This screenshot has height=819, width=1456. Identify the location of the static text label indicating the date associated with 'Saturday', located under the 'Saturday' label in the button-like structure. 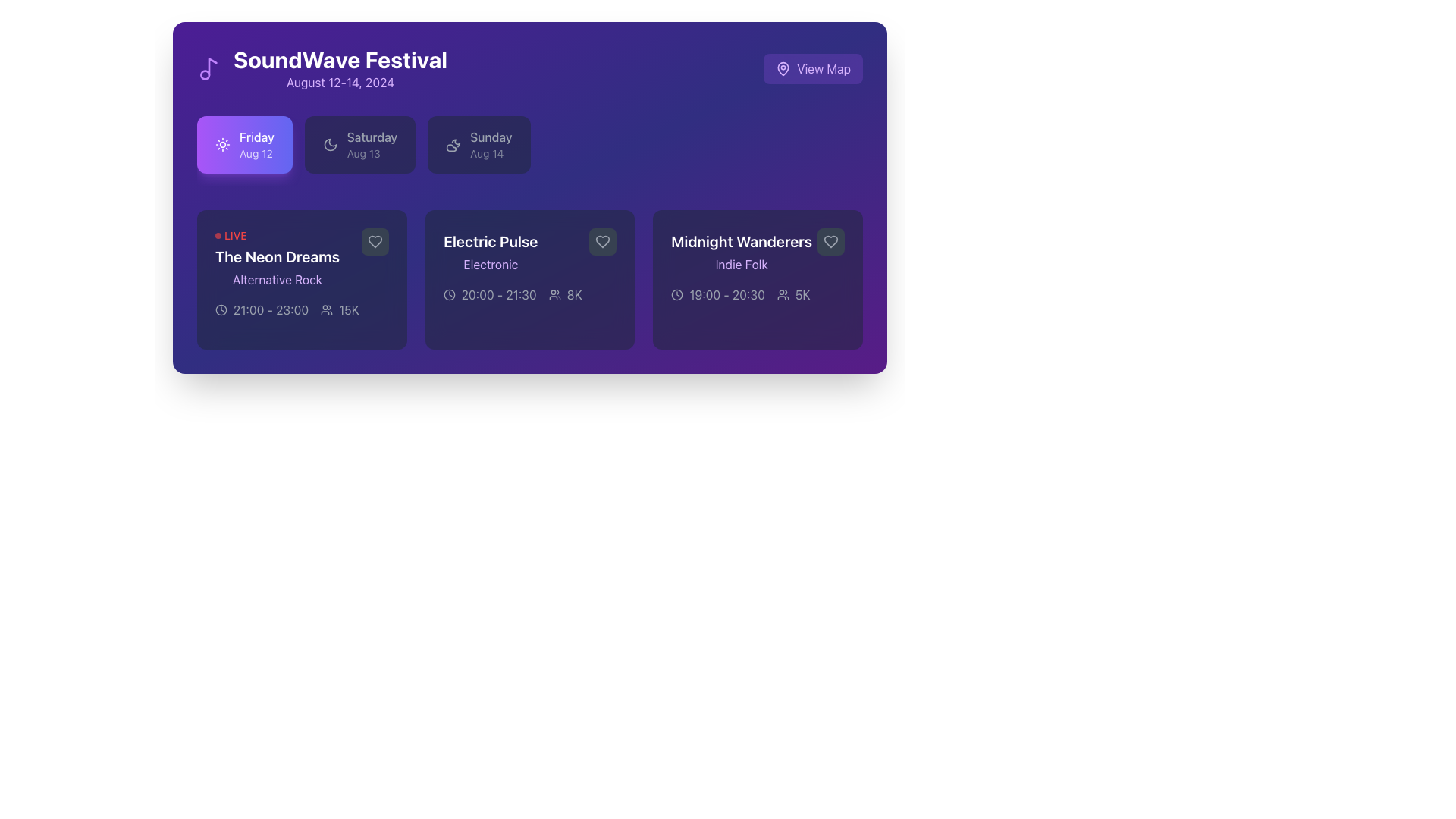
(372, 154).